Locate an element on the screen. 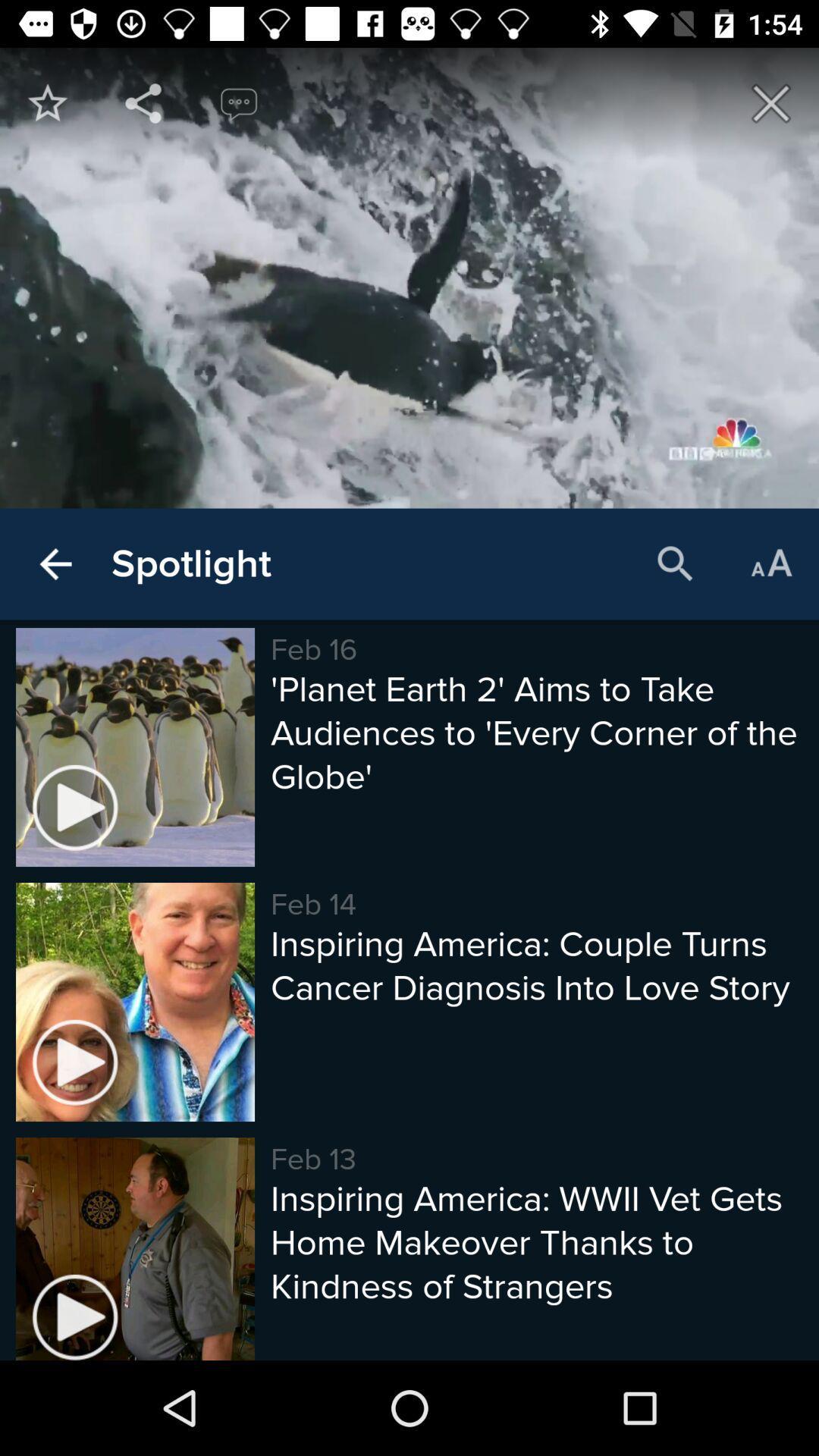 This screenshot has width=819, height=1456. the chat icon is located at coordinates (239, 102).